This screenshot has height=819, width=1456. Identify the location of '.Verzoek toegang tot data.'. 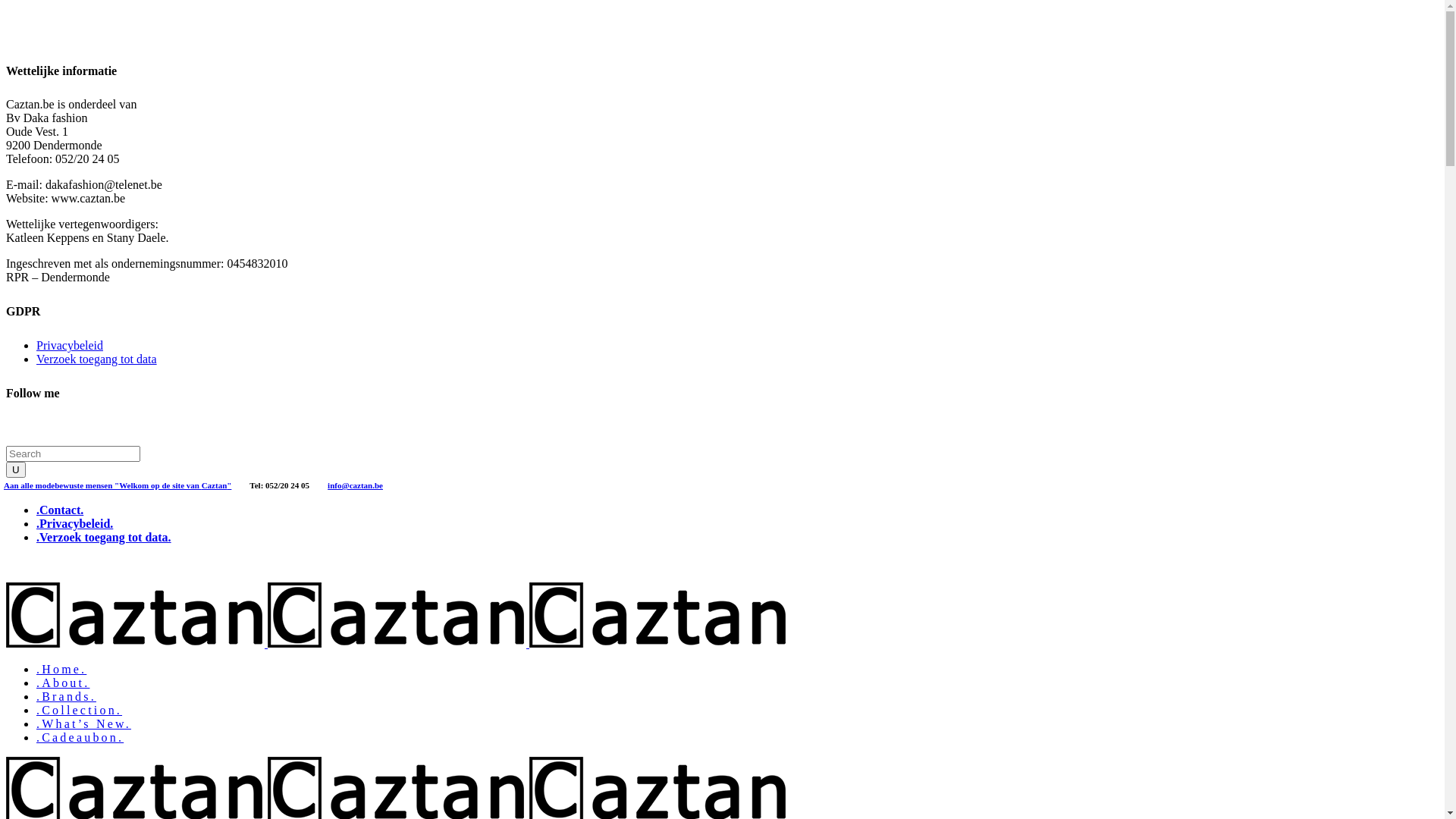
(36, 536).